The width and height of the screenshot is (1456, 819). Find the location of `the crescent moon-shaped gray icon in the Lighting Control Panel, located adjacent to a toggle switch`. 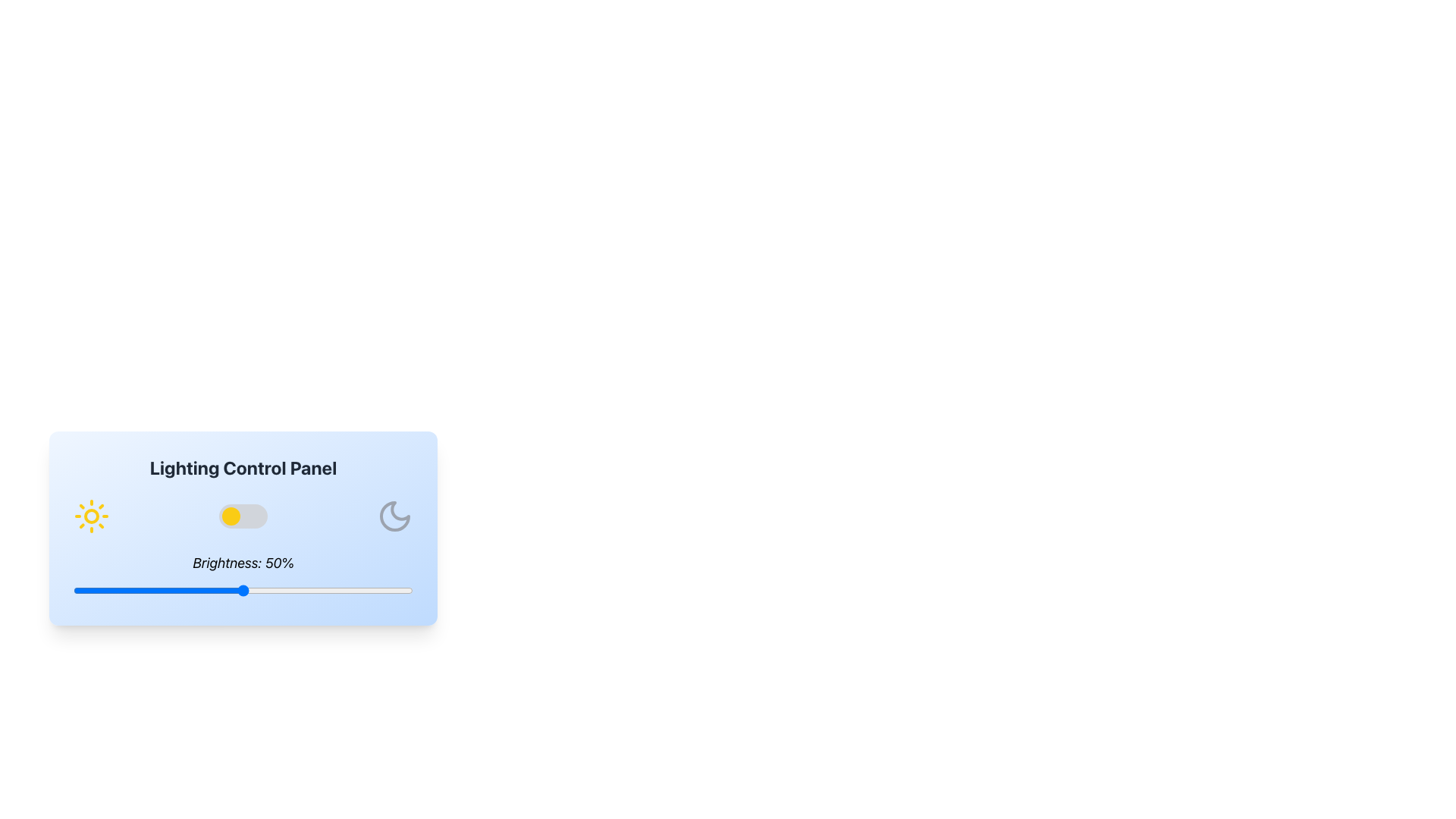

the crescent moon-shaped gray icon in the Lighting Control Panel, located adjacent to a toggle switch is located at coordinates (395, 516).